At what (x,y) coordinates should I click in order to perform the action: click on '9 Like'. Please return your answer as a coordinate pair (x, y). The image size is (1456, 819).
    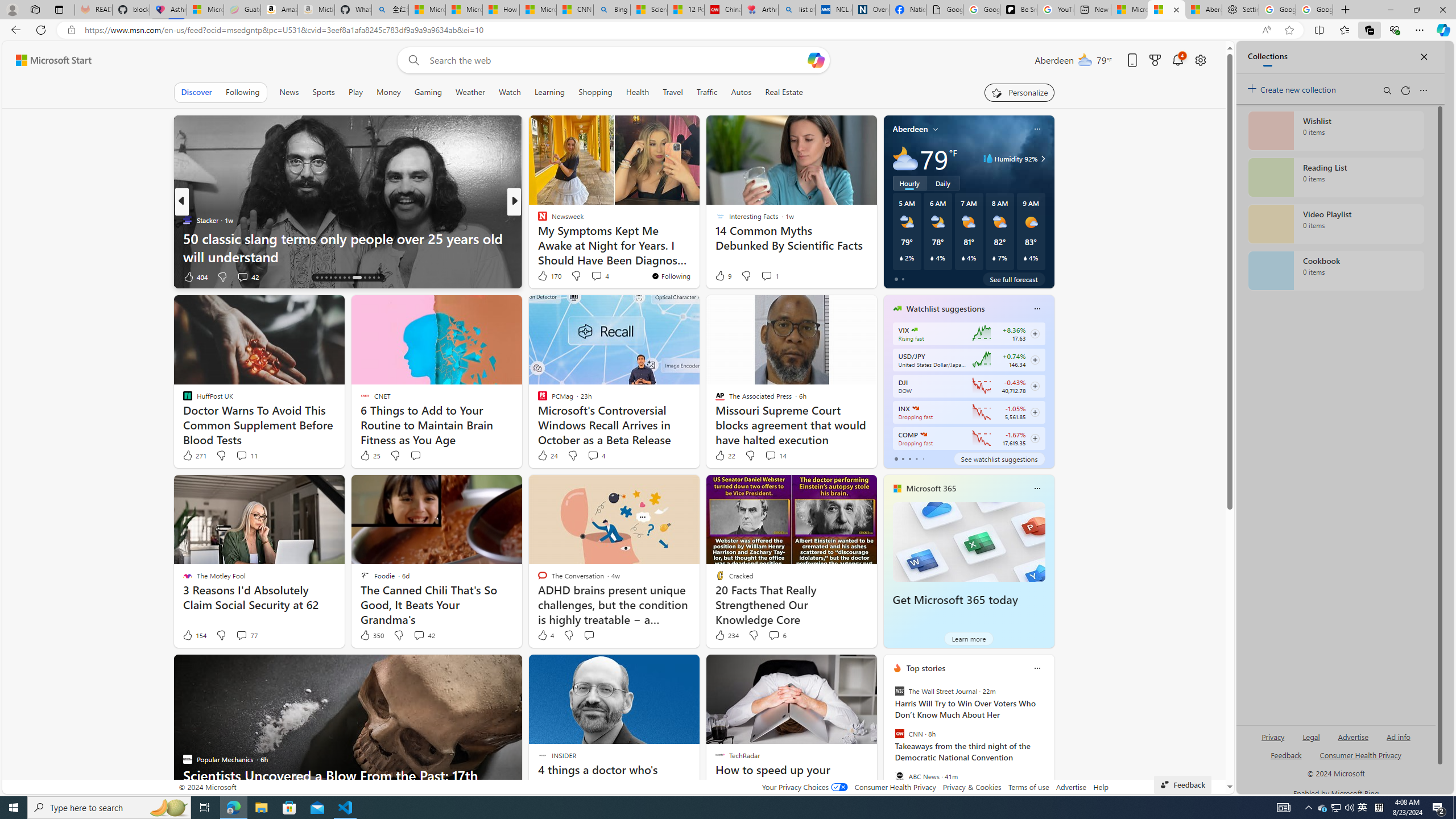
    Looking at the image, I should click on (721, 276).